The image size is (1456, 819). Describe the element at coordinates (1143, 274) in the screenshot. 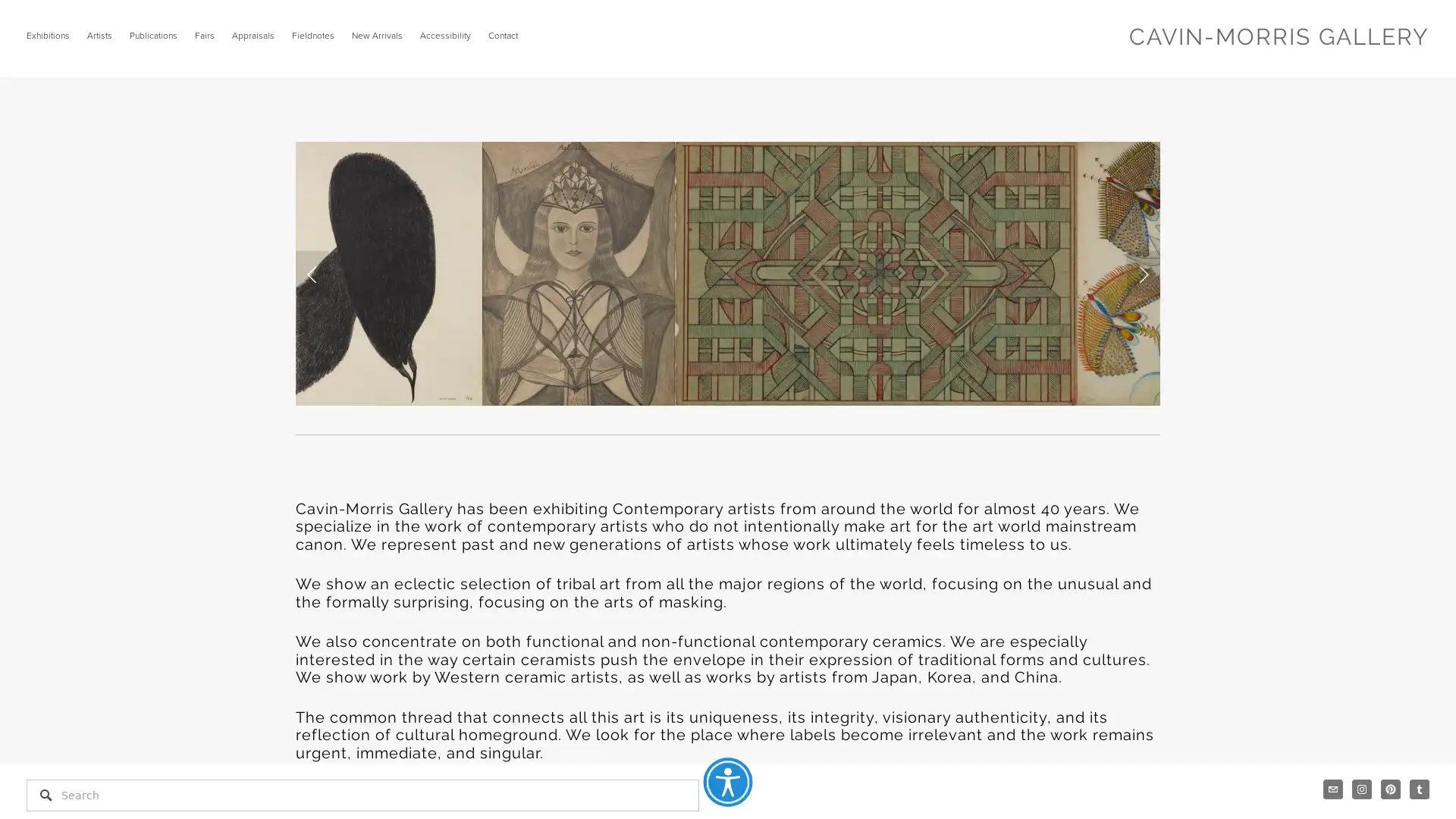

I see `Next Slide` at that location.